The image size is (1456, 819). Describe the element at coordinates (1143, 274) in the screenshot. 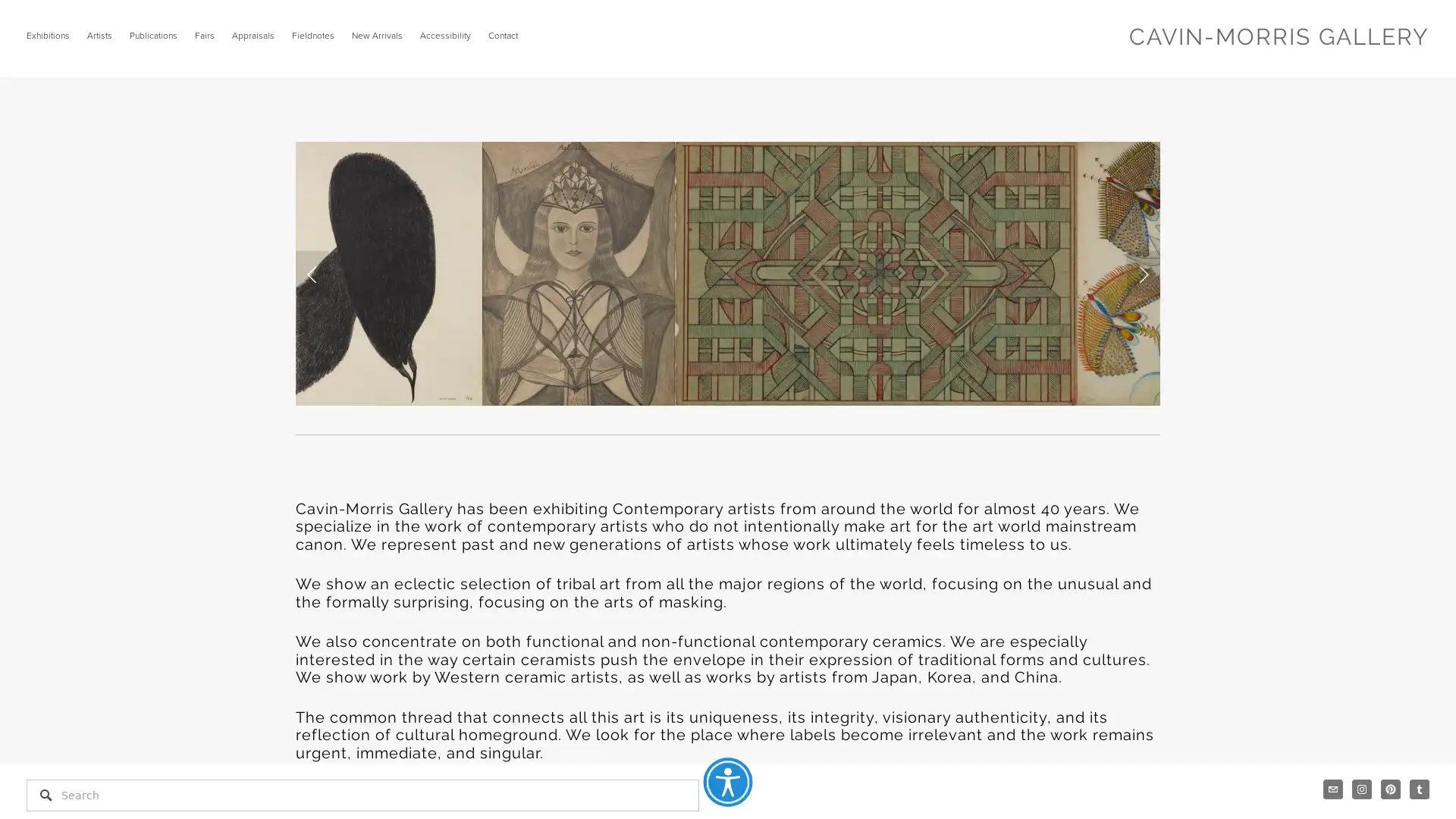

I see `Next Slide` at that location.